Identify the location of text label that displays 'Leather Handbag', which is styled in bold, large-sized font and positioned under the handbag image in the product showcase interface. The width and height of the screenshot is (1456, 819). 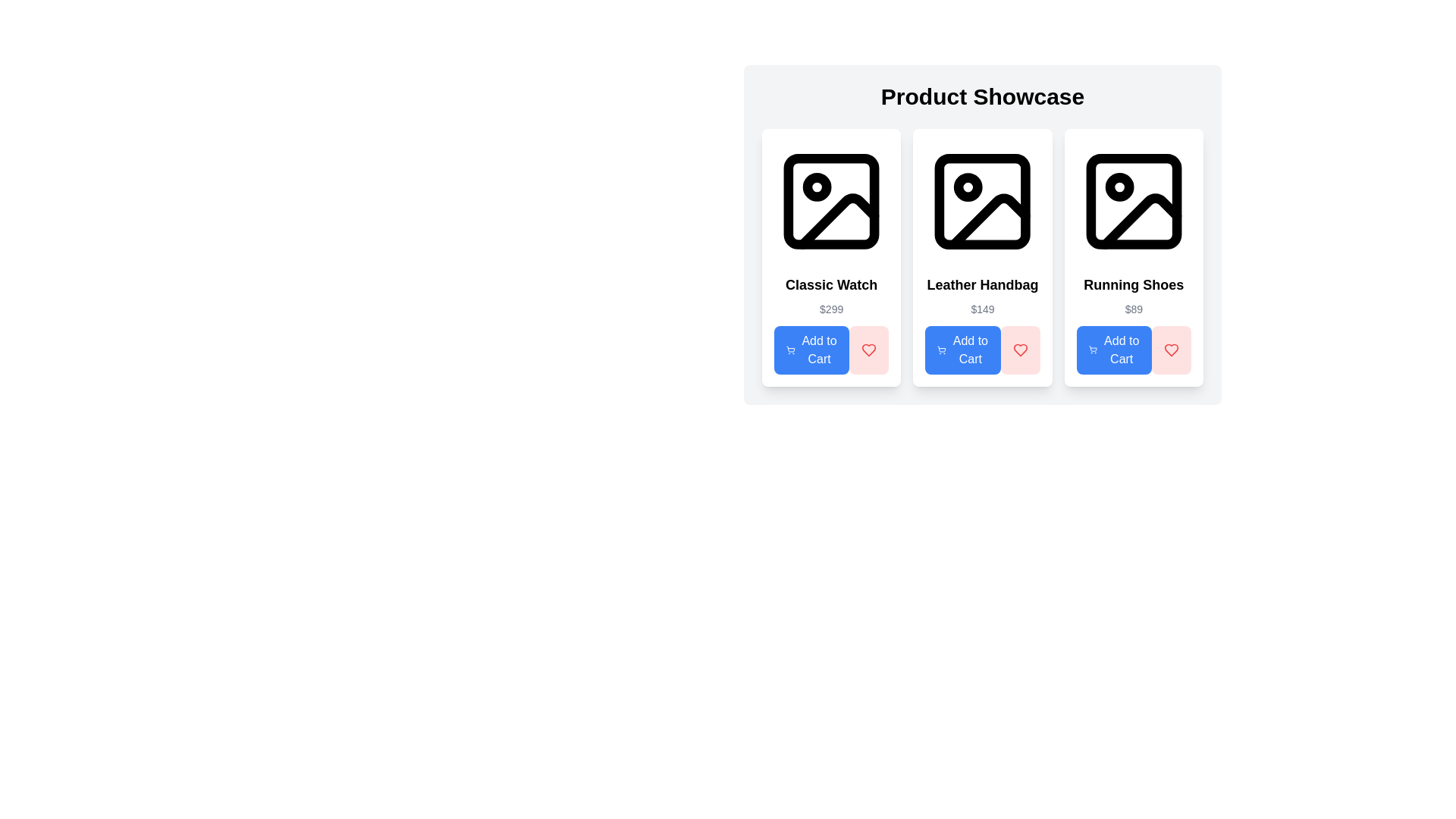
(983, 284).